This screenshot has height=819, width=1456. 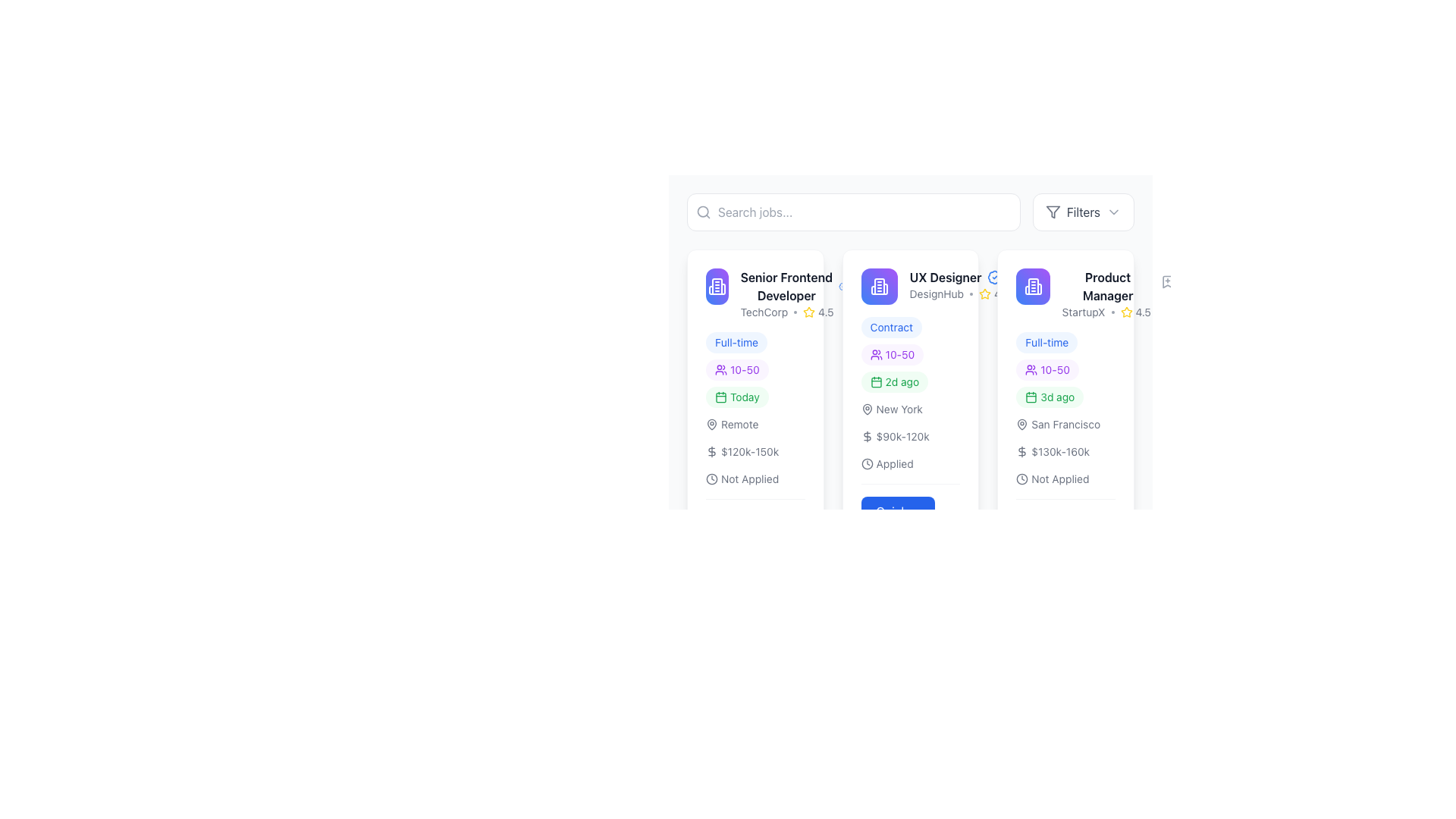 What do you see at coordinates (892, 354) in the screenshot?
I see `the small rectangular badge element with rounded corners, light purple background, and purple text '10-50', which includes an icon of a group of people to the left of the text` at bounding box center [892, 354].